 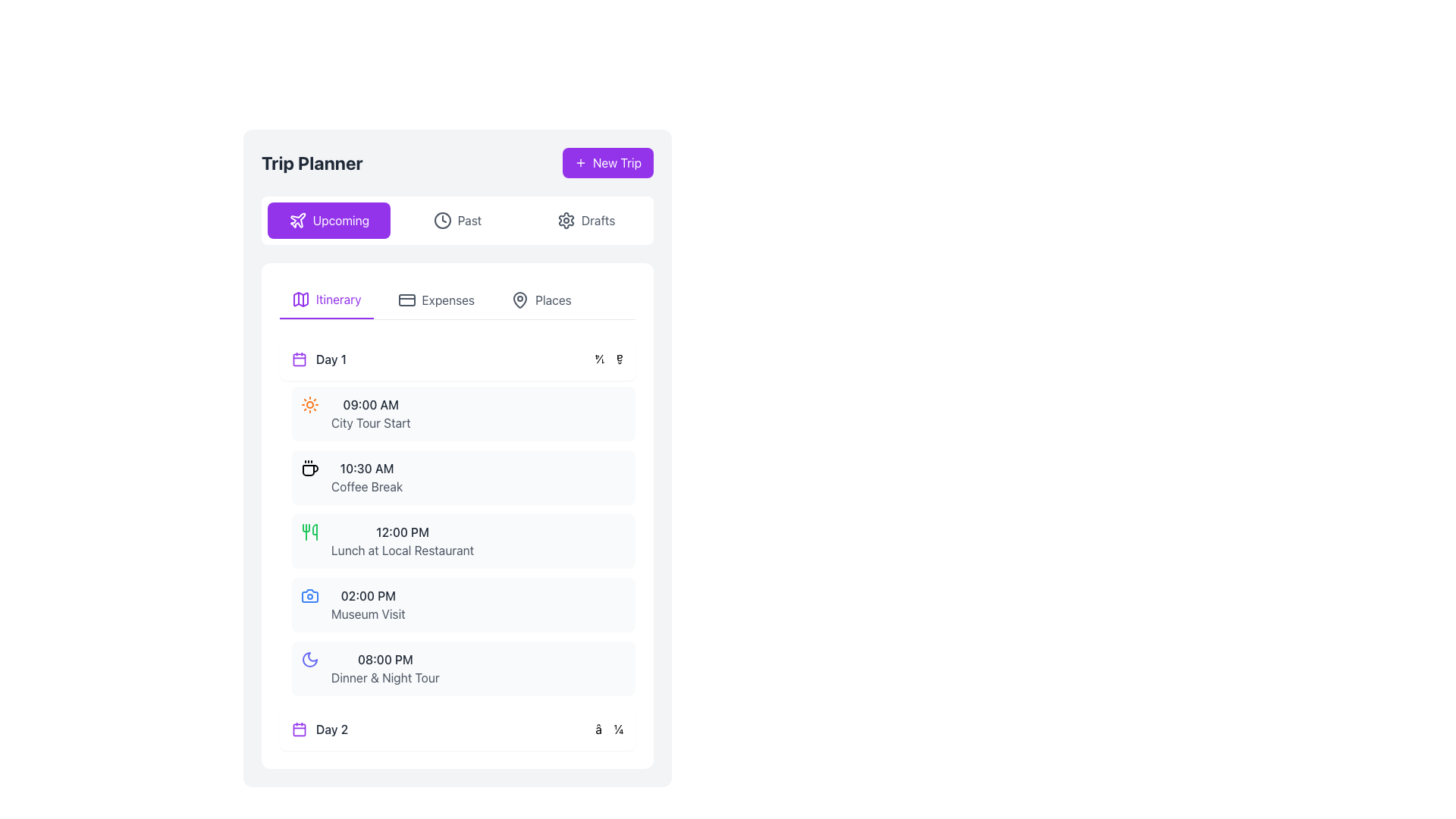 What do you see at coordinates (309, 595) in the screenshot?
I see `the camera icon styled with blue color located in the 'Day 1' section of the itinerary, which is part of the scheduled entry titled 'Museum Visit' at 02:00 PM` at bounding box center [309, 595].